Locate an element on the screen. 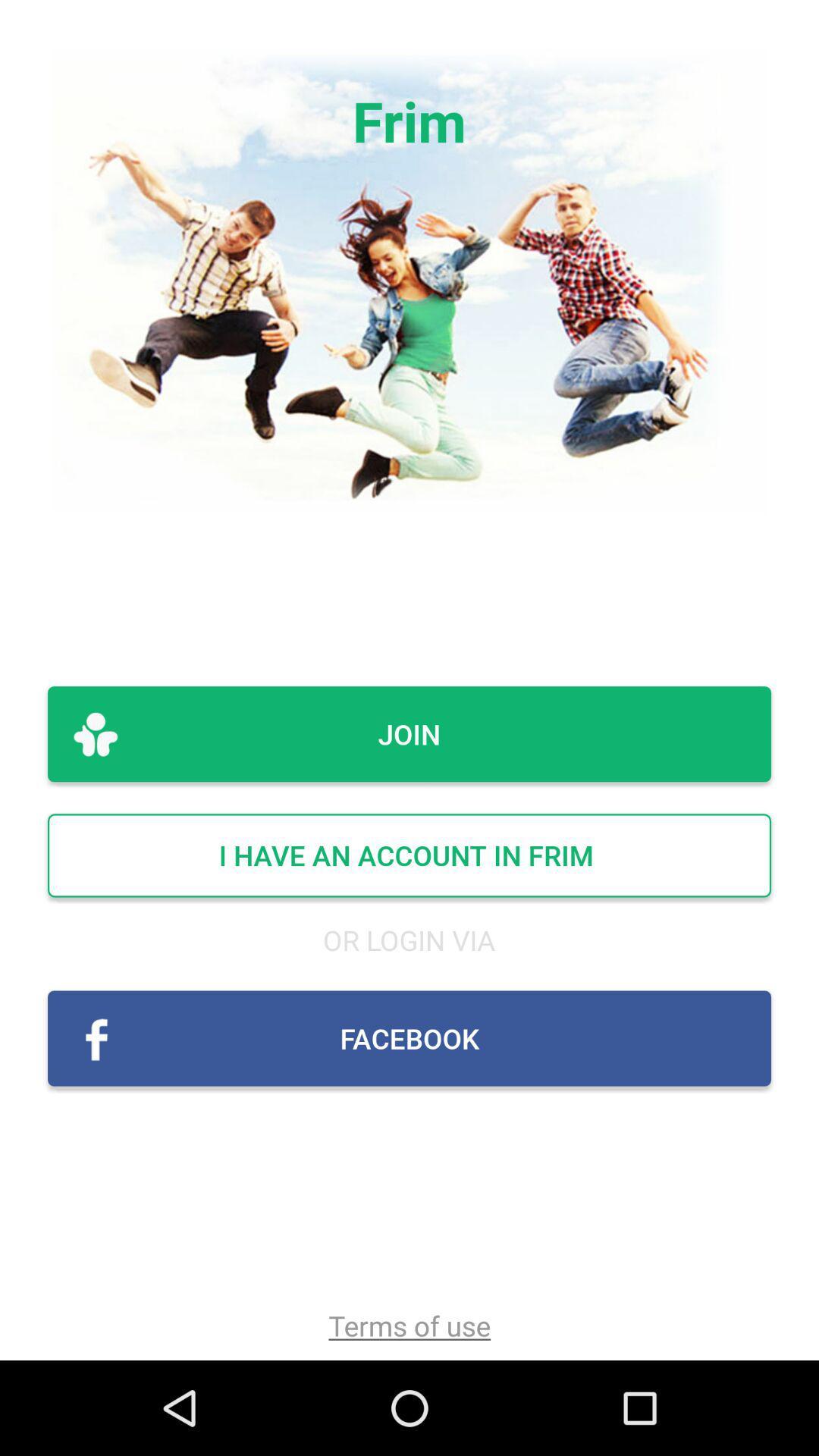 This screenshot has height=1456, width=819. icon above i have an item is located at coordinates (409, 734).